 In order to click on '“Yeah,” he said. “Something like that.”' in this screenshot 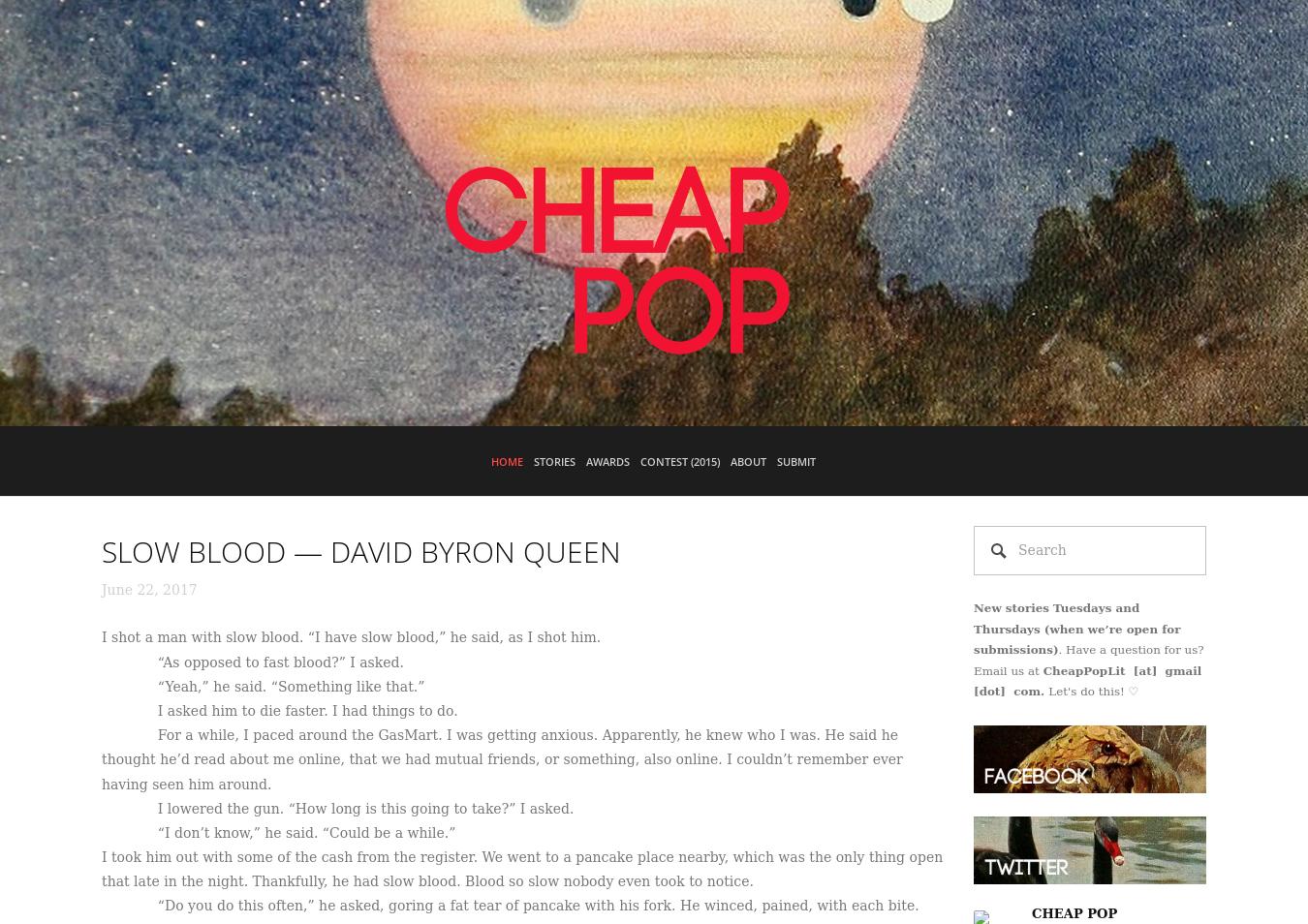, I will do `click(262, 684)`.